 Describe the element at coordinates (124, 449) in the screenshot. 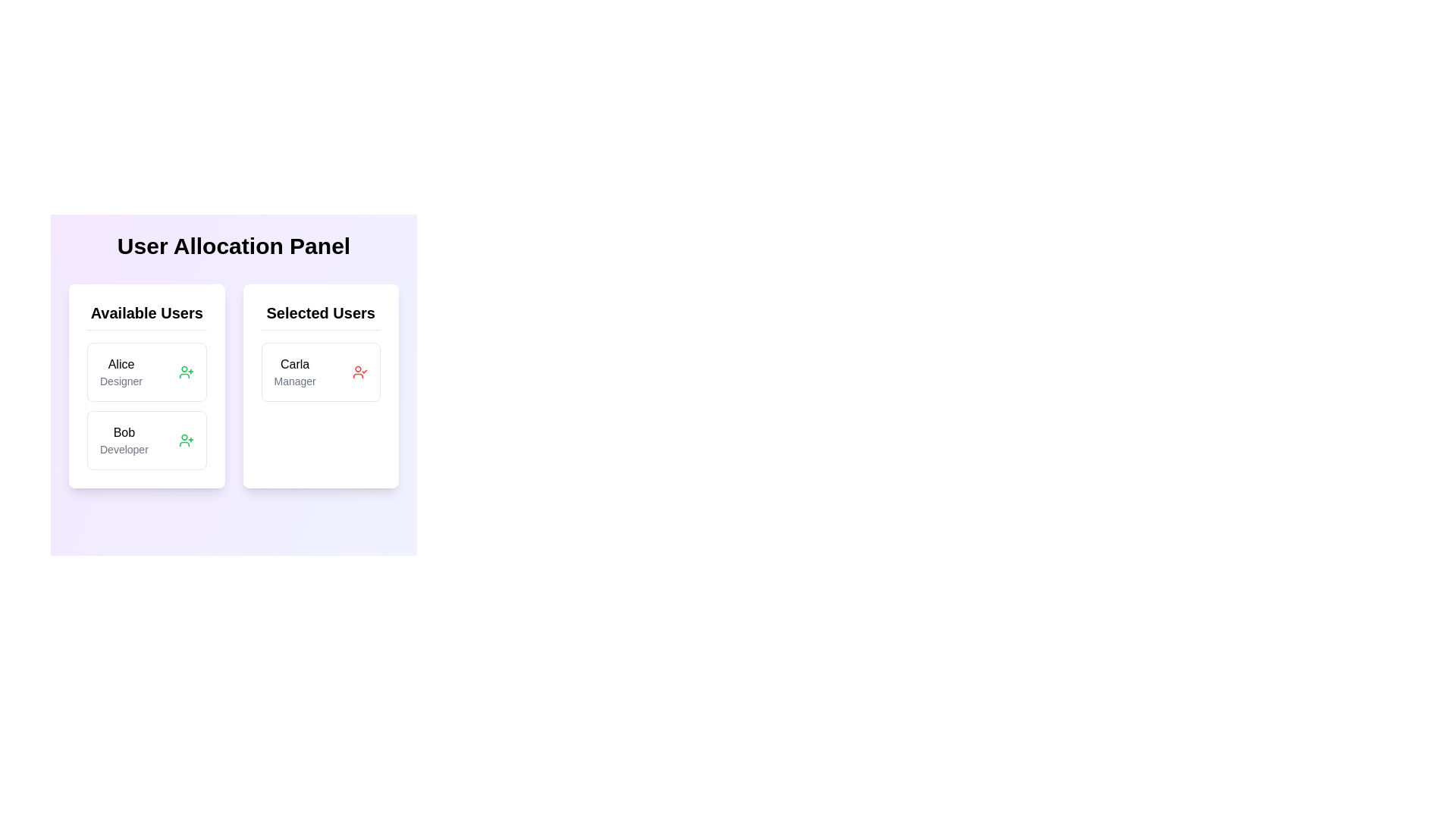

I see `the text label 'Developer' styled with small gray text located beneath the bold name 'Bob' in the second card of the 'Available Users' panel` at that location.